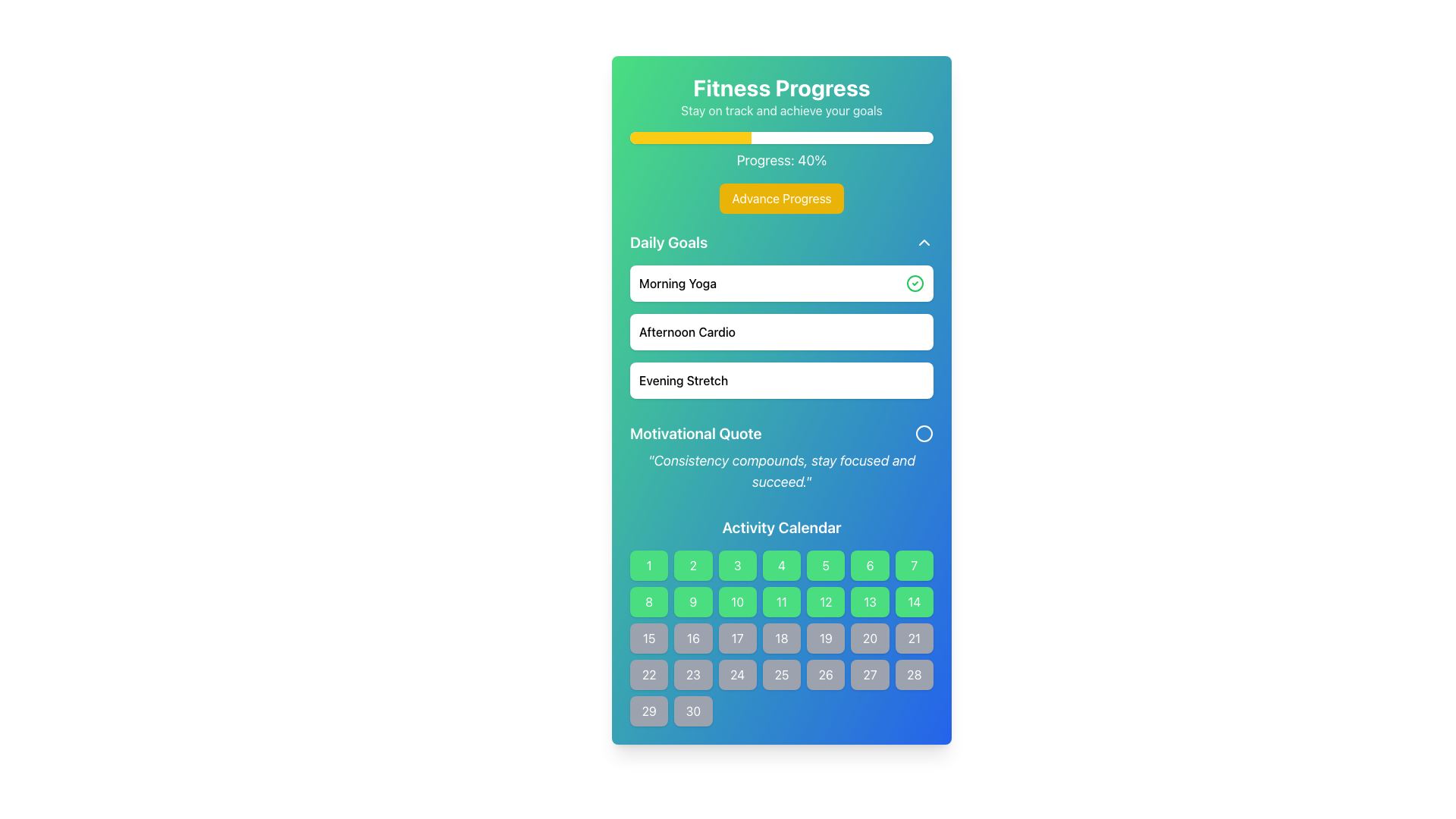 This screenshot has height=819, width=1456. I want to click on the Decorative circle element that serves as an indicator associated with the 'Motivational Quote' section, positioned to the right of the quote text area, so click(924, 433).